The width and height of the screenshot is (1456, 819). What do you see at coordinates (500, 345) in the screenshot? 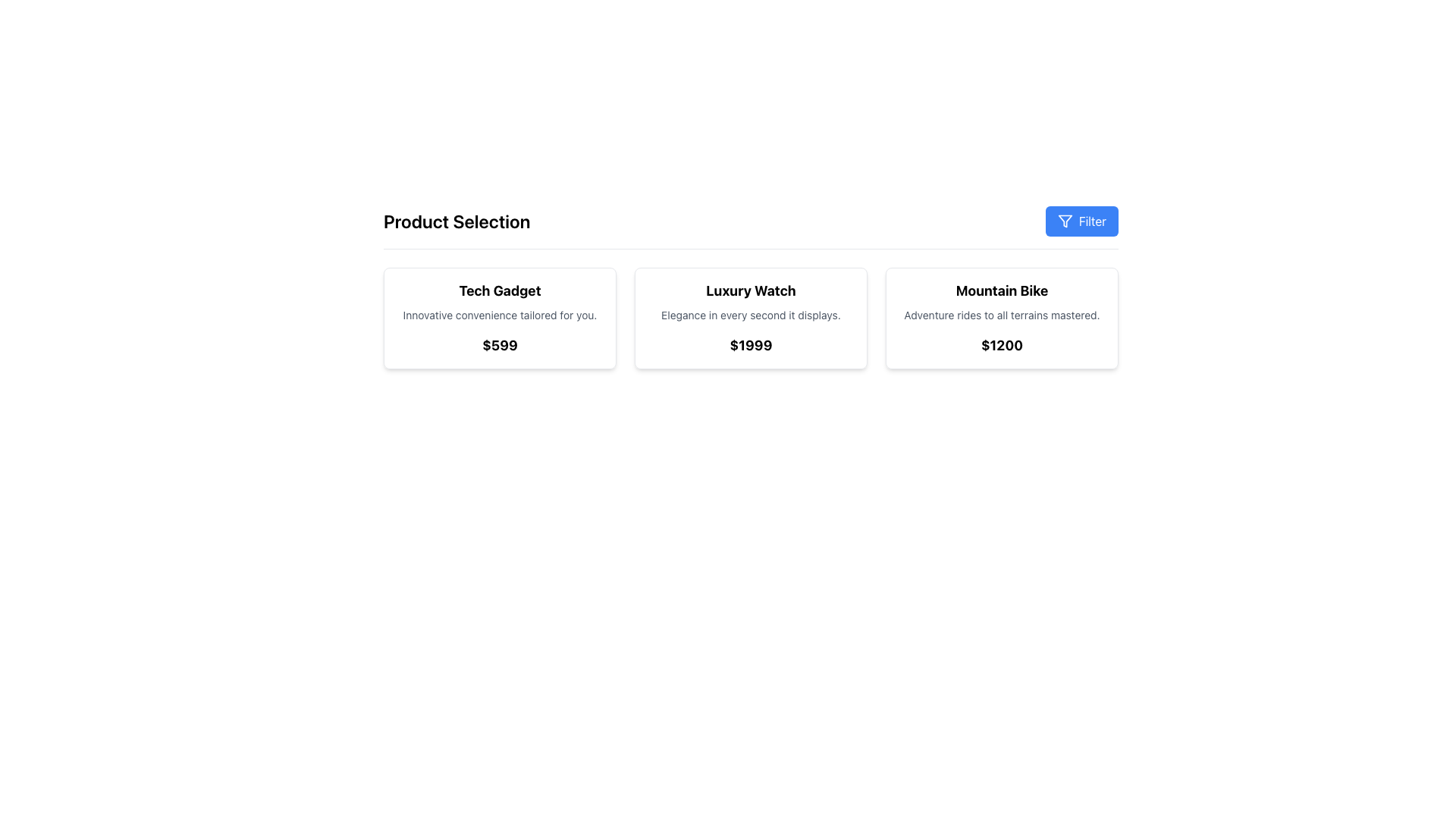
I see `price displayed in the text label showing '$599', which is located at the bottom section of the 'Tech Gadget' product card` at bounding box center [500, 345].